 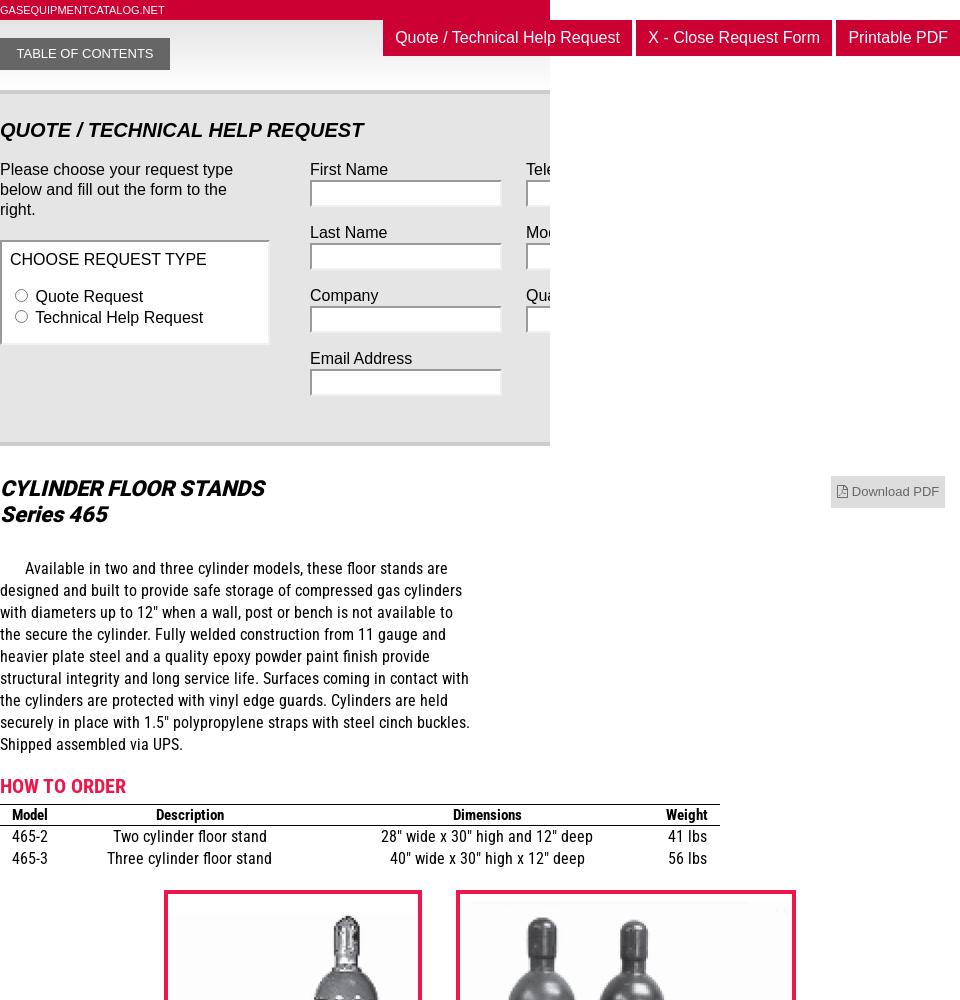 I want to click on '41 lbs', so click(x=686, y=835).